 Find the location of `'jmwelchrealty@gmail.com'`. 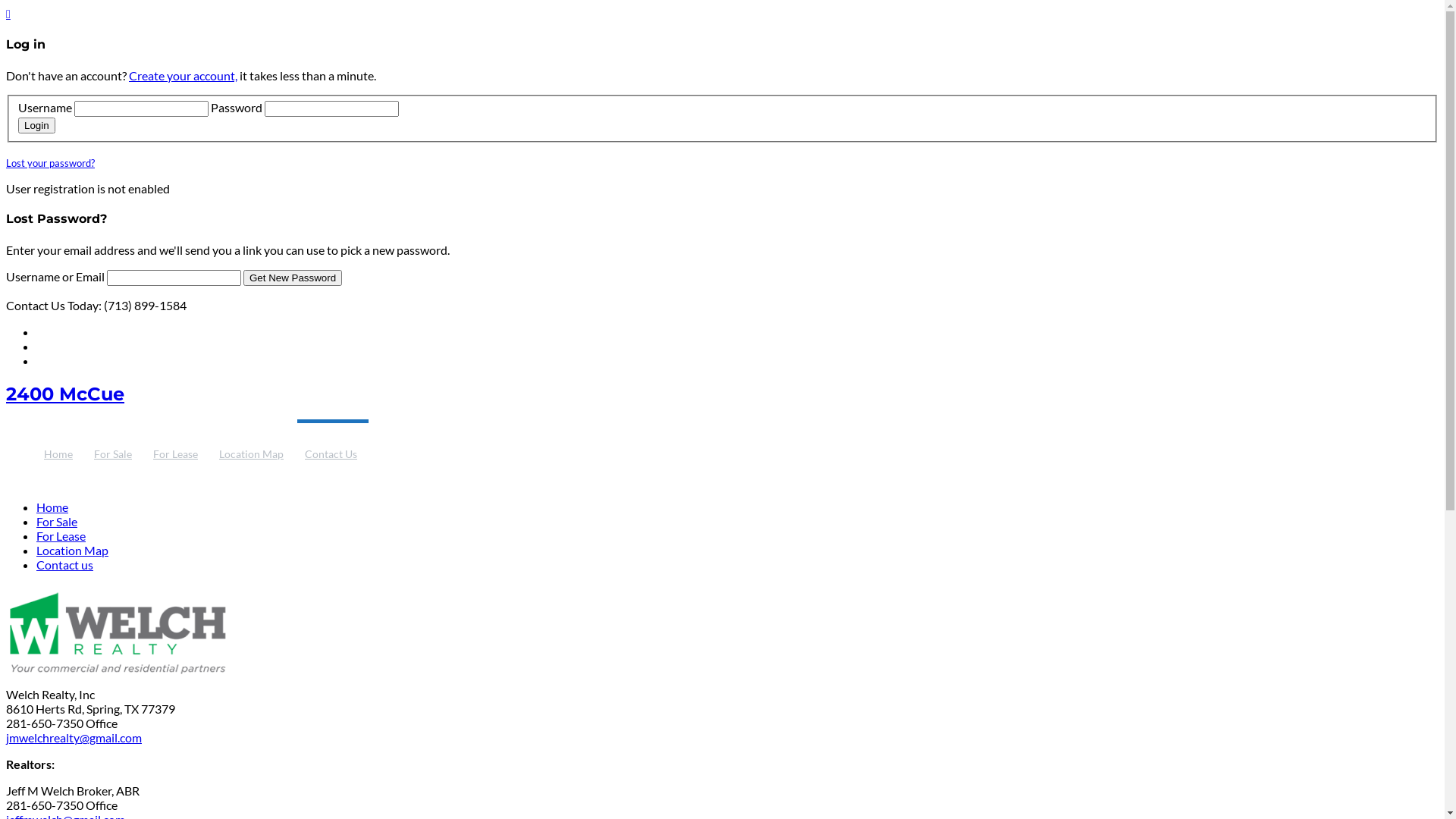

'jmwelchrealty@gmail.com' is located at coordinates (73, 736).